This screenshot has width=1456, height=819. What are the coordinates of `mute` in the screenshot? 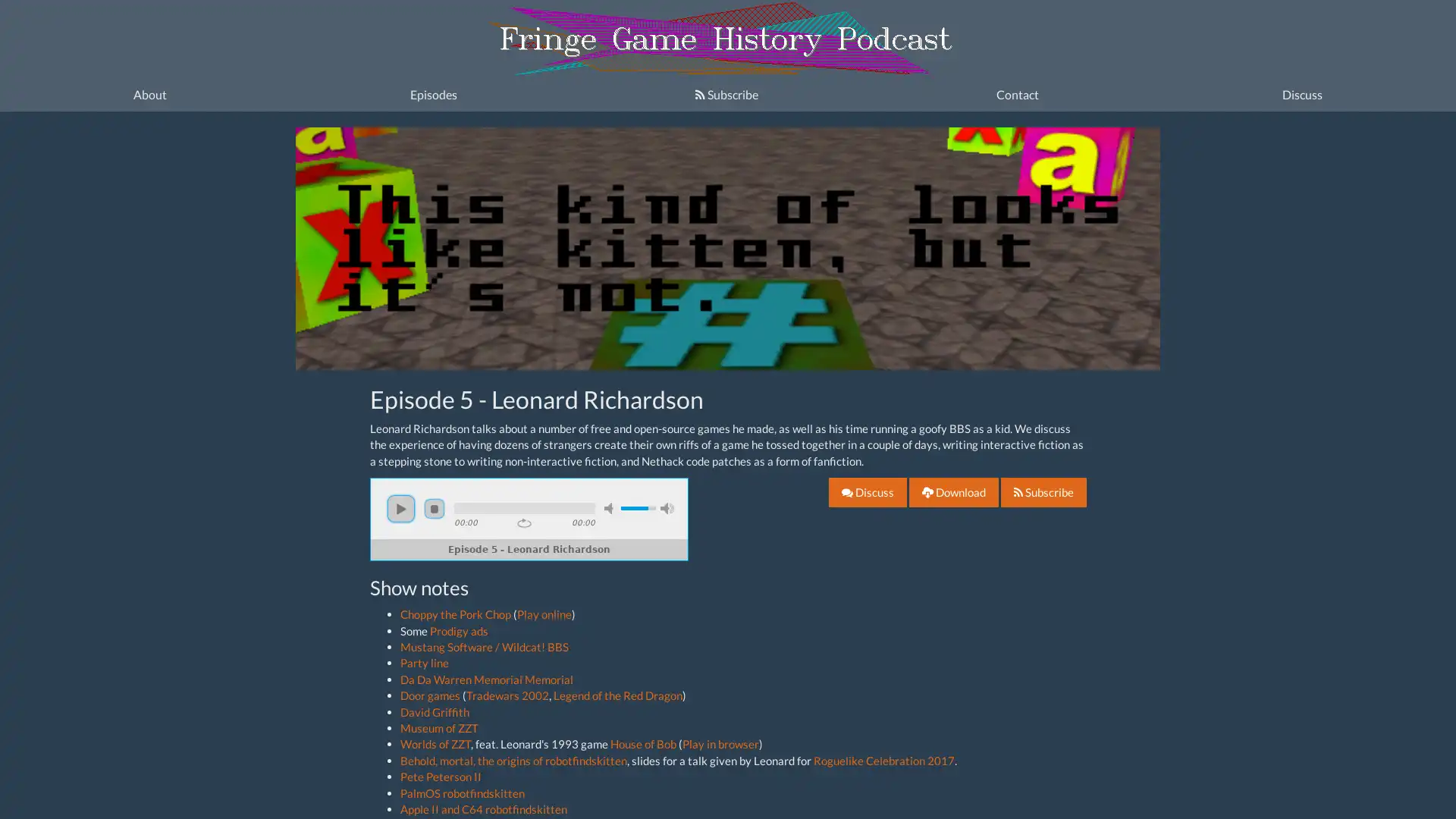 It's located at (610, 507).